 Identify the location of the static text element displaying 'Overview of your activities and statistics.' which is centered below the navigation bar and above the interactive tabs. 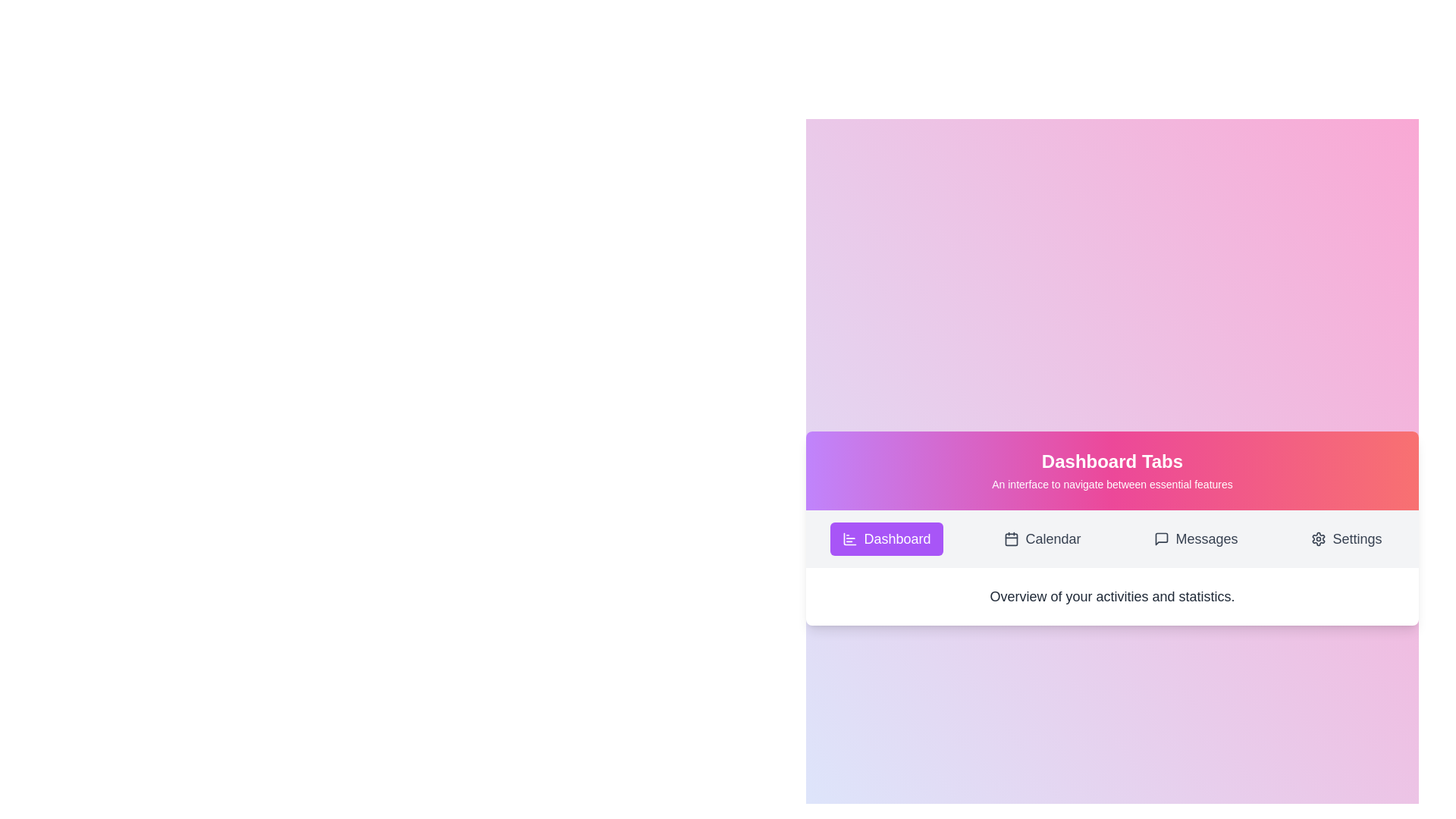
(1112, 595).